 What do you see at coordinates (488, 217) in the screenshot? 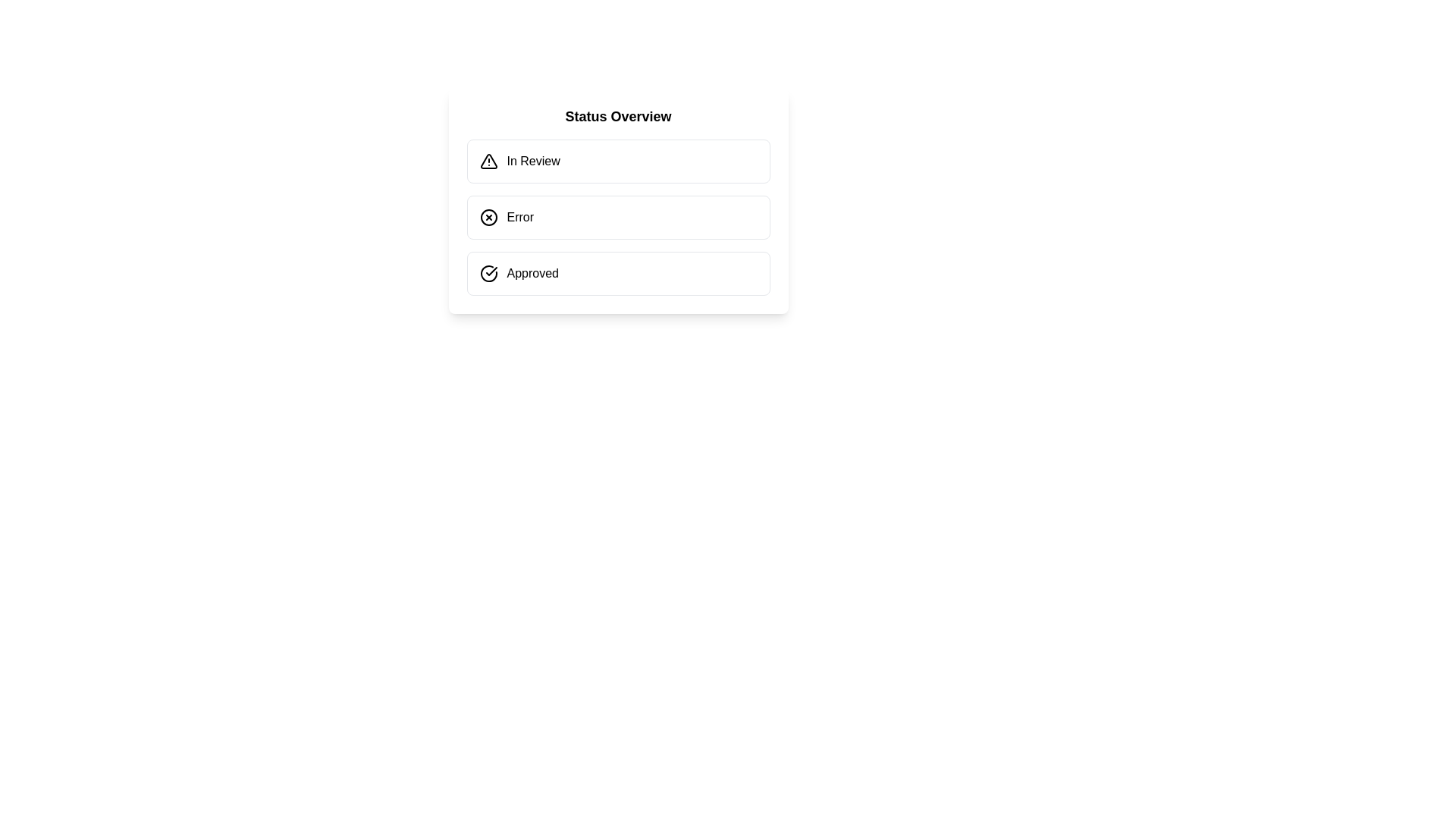
I see `the 'Error' status icon, which is a circular outline with a cross, located on the left side of the 'Error' label in the second row of the 'Status Overview' card` at bounding box center [488, 217].